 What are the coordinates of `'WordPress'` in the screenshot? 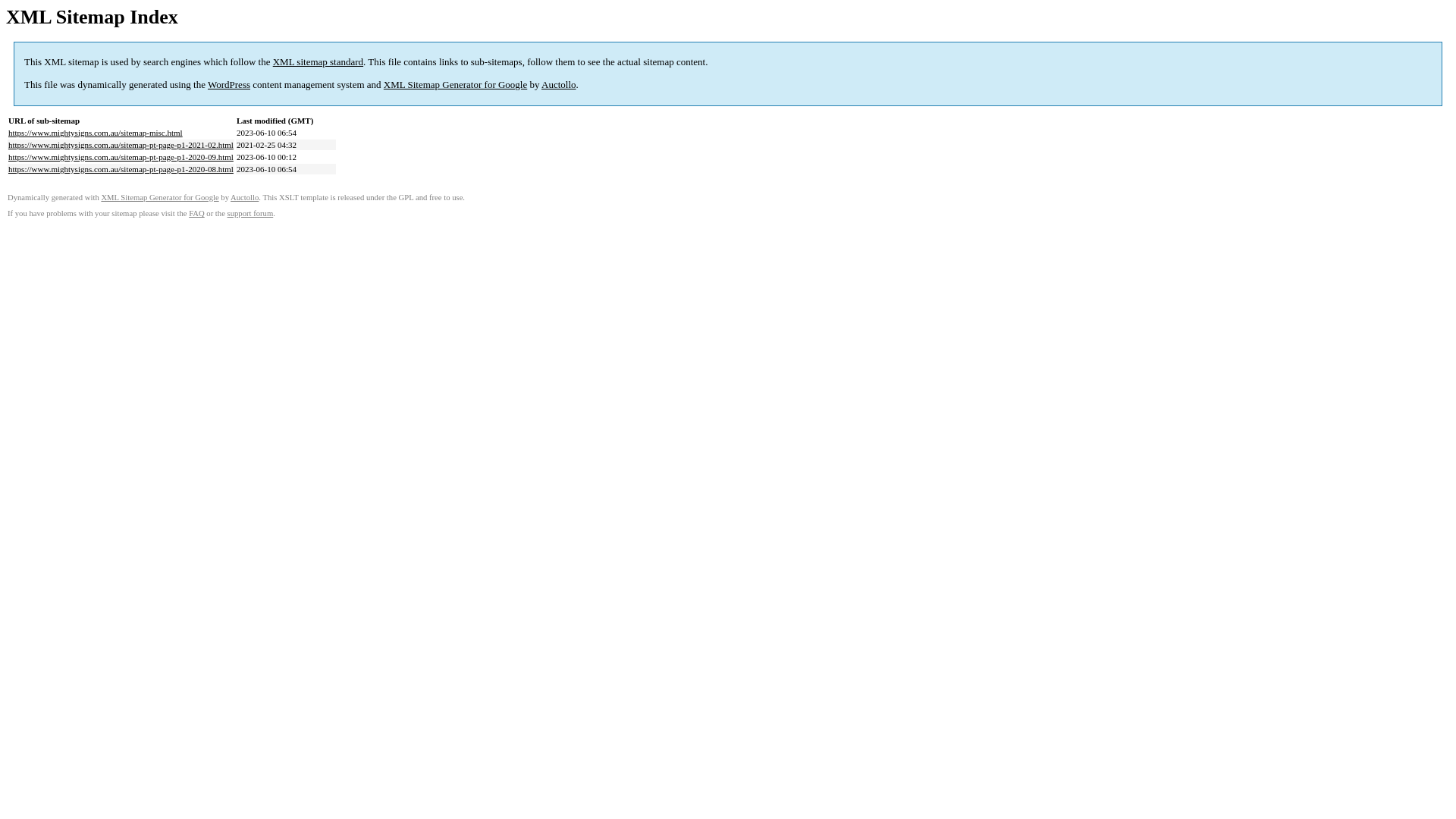 It's located at (206, 84).